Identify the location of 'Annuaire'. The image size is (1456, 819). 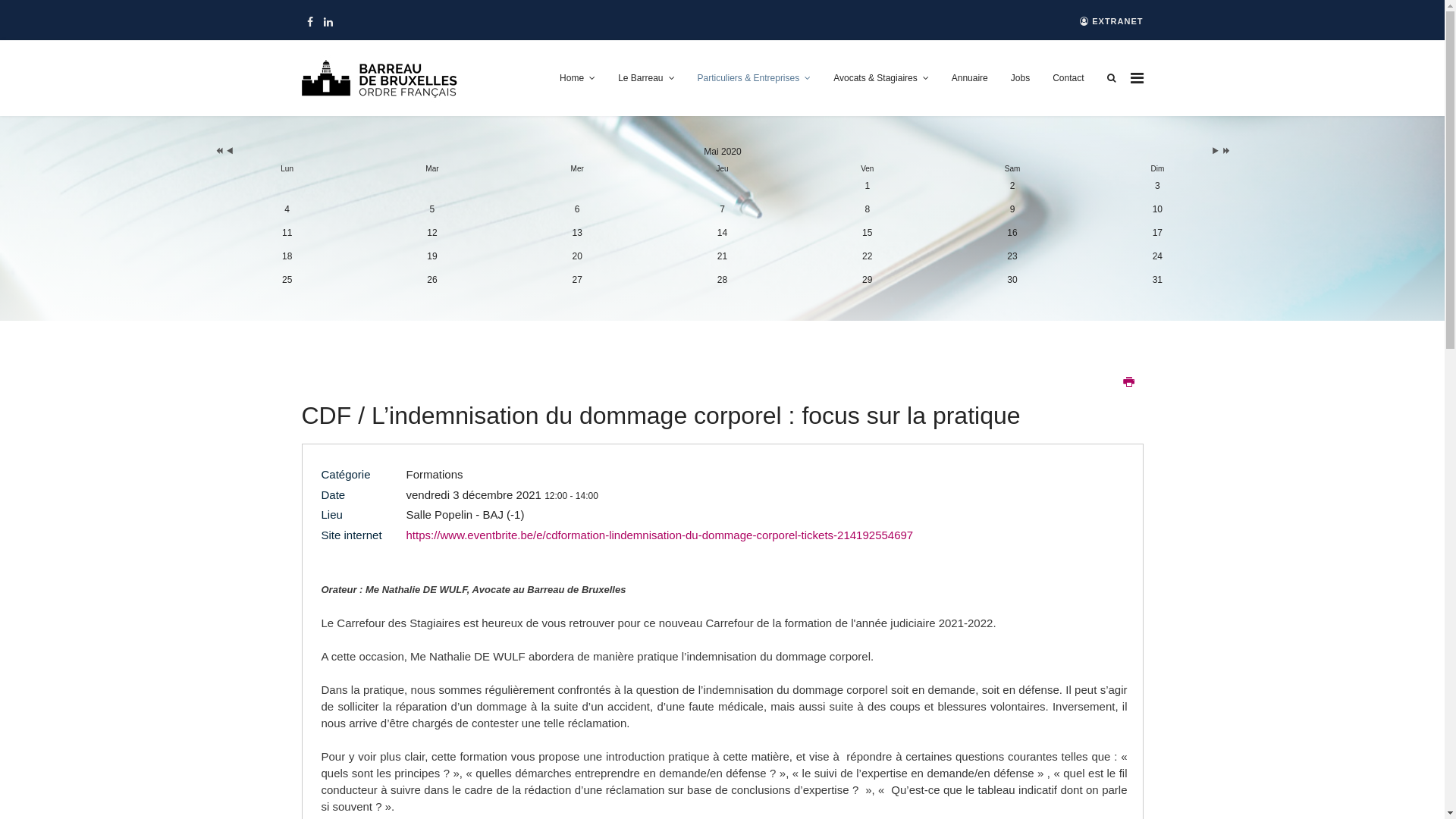
(968, 78).